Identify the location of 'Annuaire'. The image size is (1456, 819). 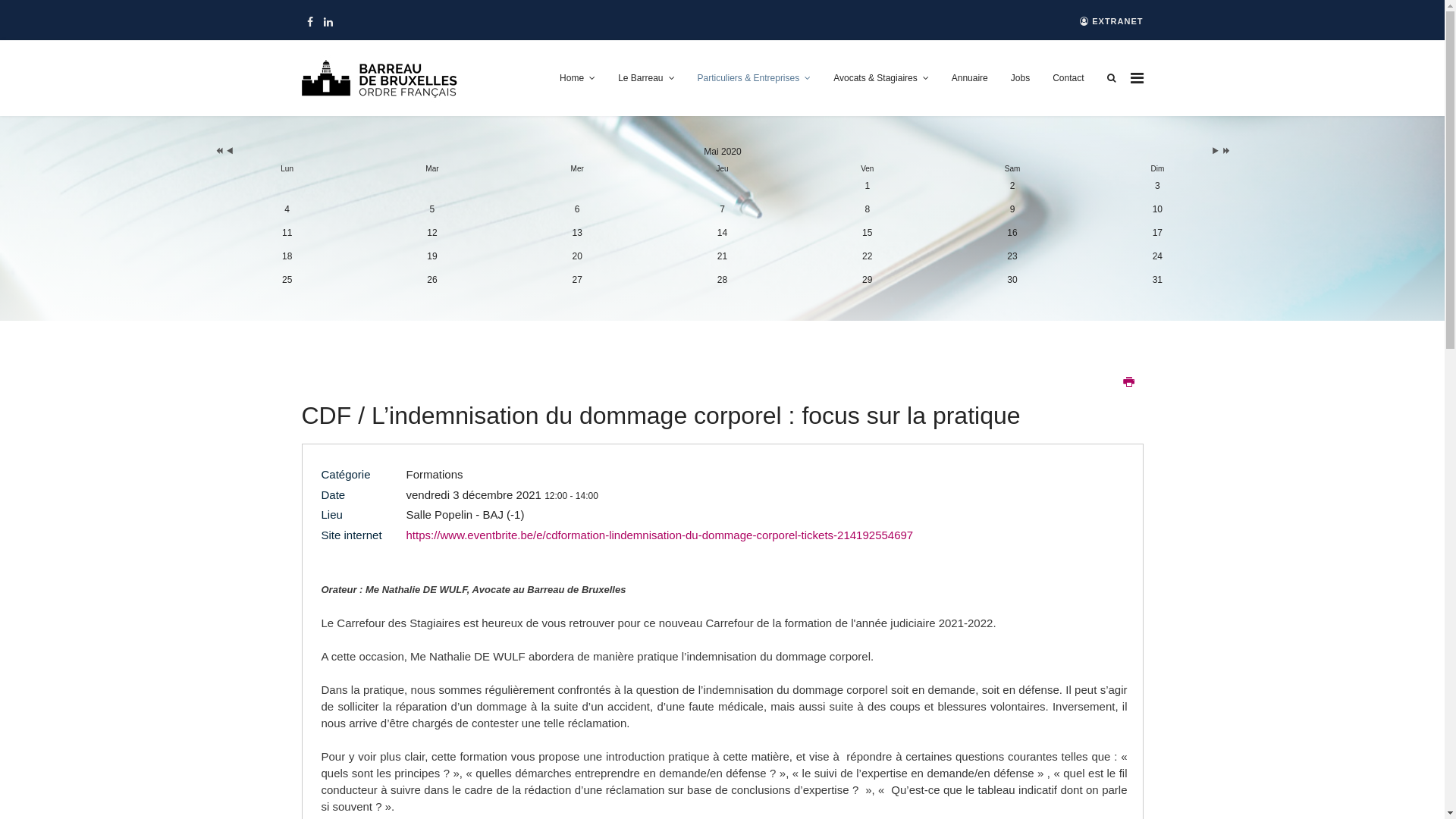
(968, 78).